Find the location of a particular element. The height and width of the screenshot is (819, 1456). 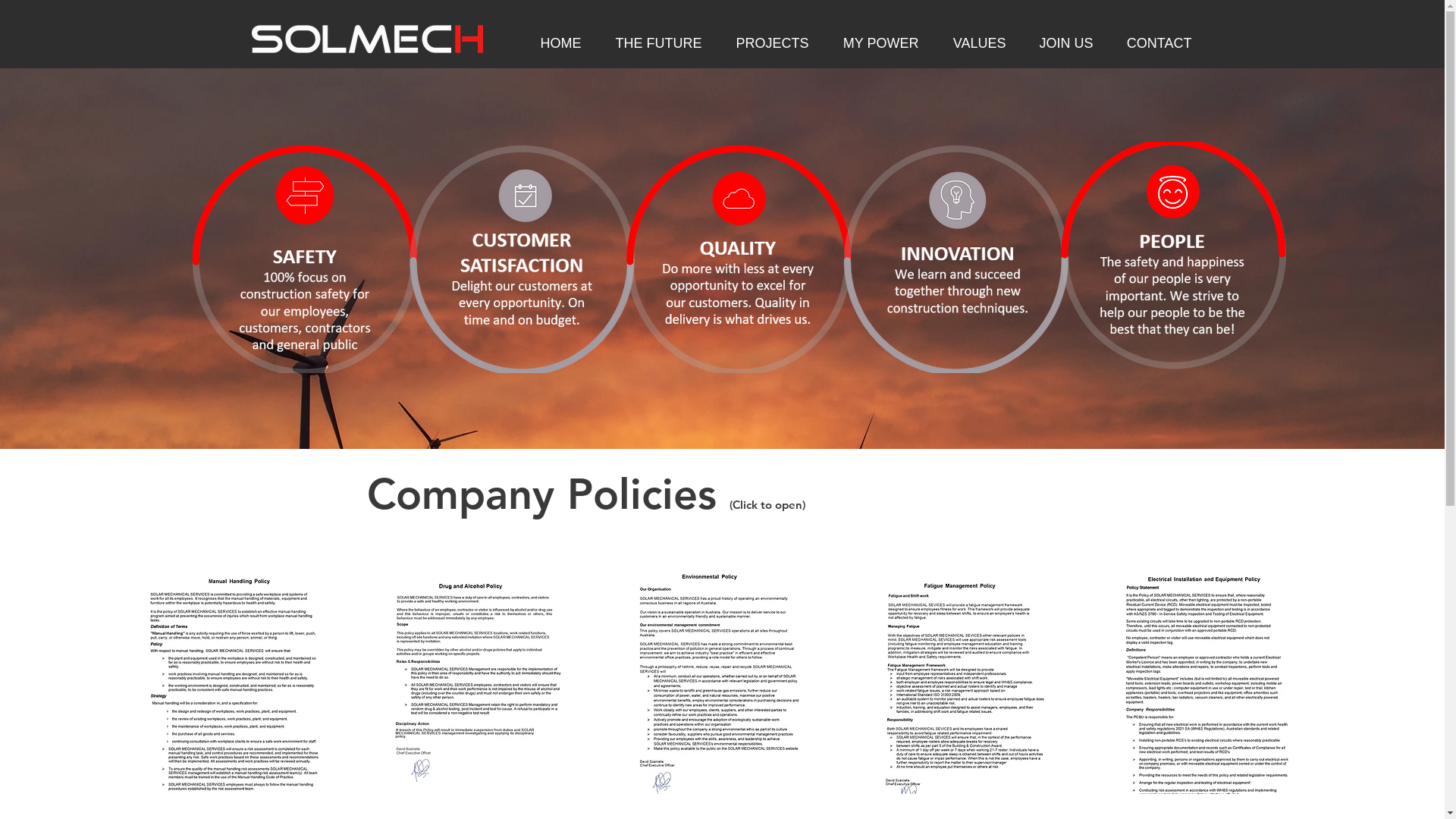

'VALUES' is located at coordinates (973, 42).